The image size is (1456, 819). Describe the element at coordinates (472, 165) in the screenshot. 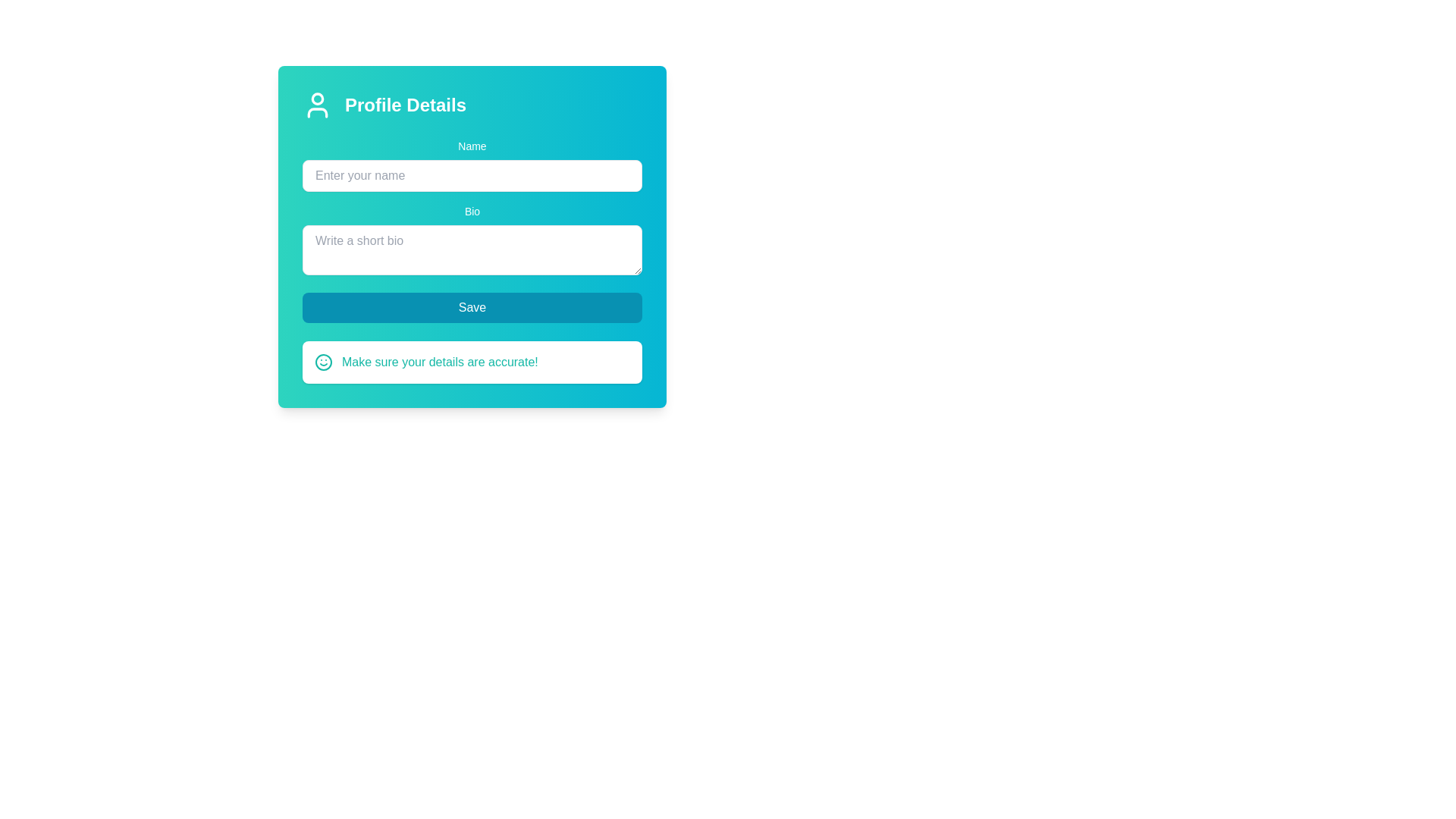

I see `the text input field labeled 'Name', which has rounded corners and a white background` at that location.